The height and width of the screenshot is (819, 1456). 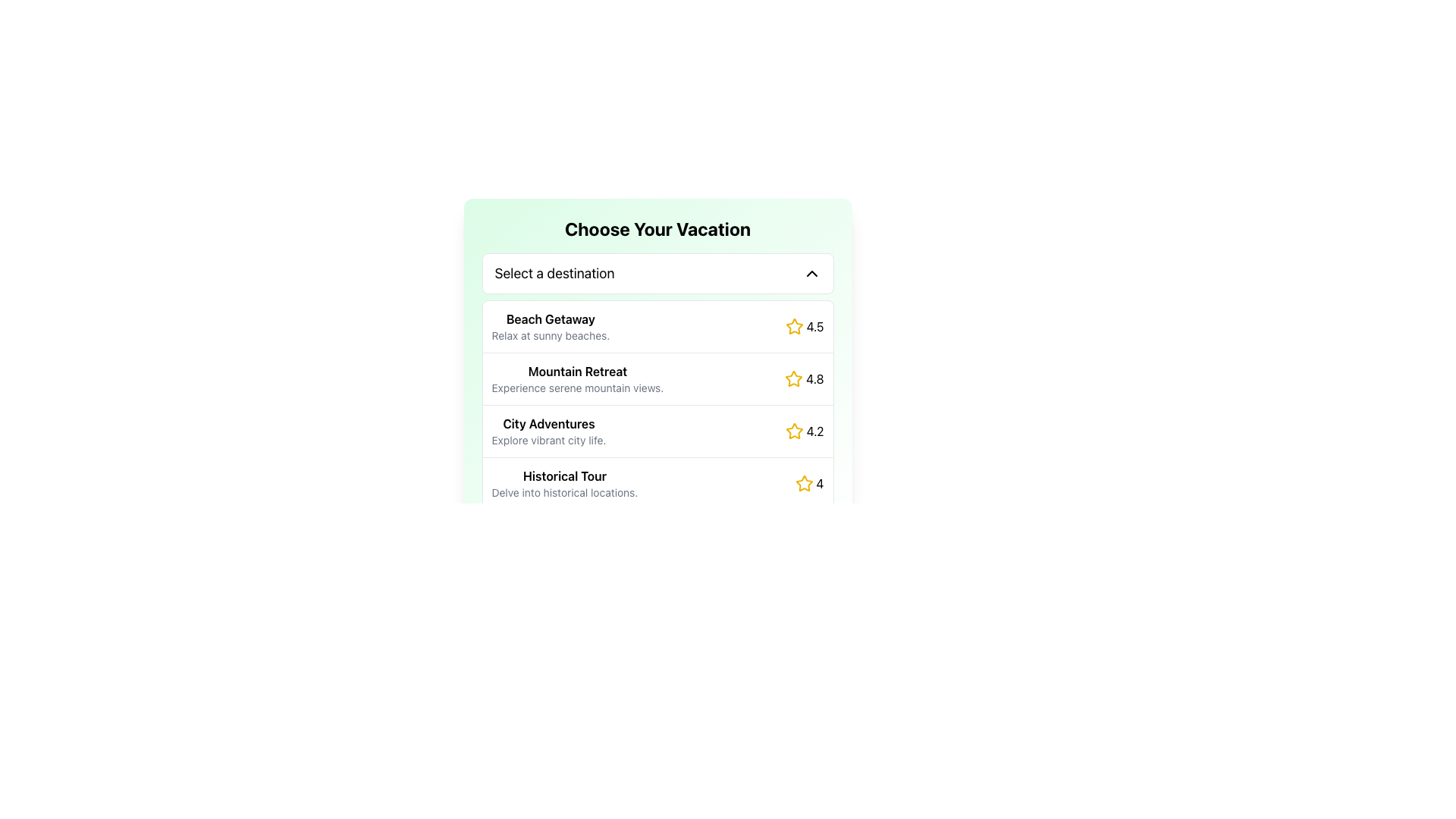 What do you see at coordinates (550, 318) in the screenshot?
I see `the text label 'Beach Getaway'` at bounding box center [550, 318].